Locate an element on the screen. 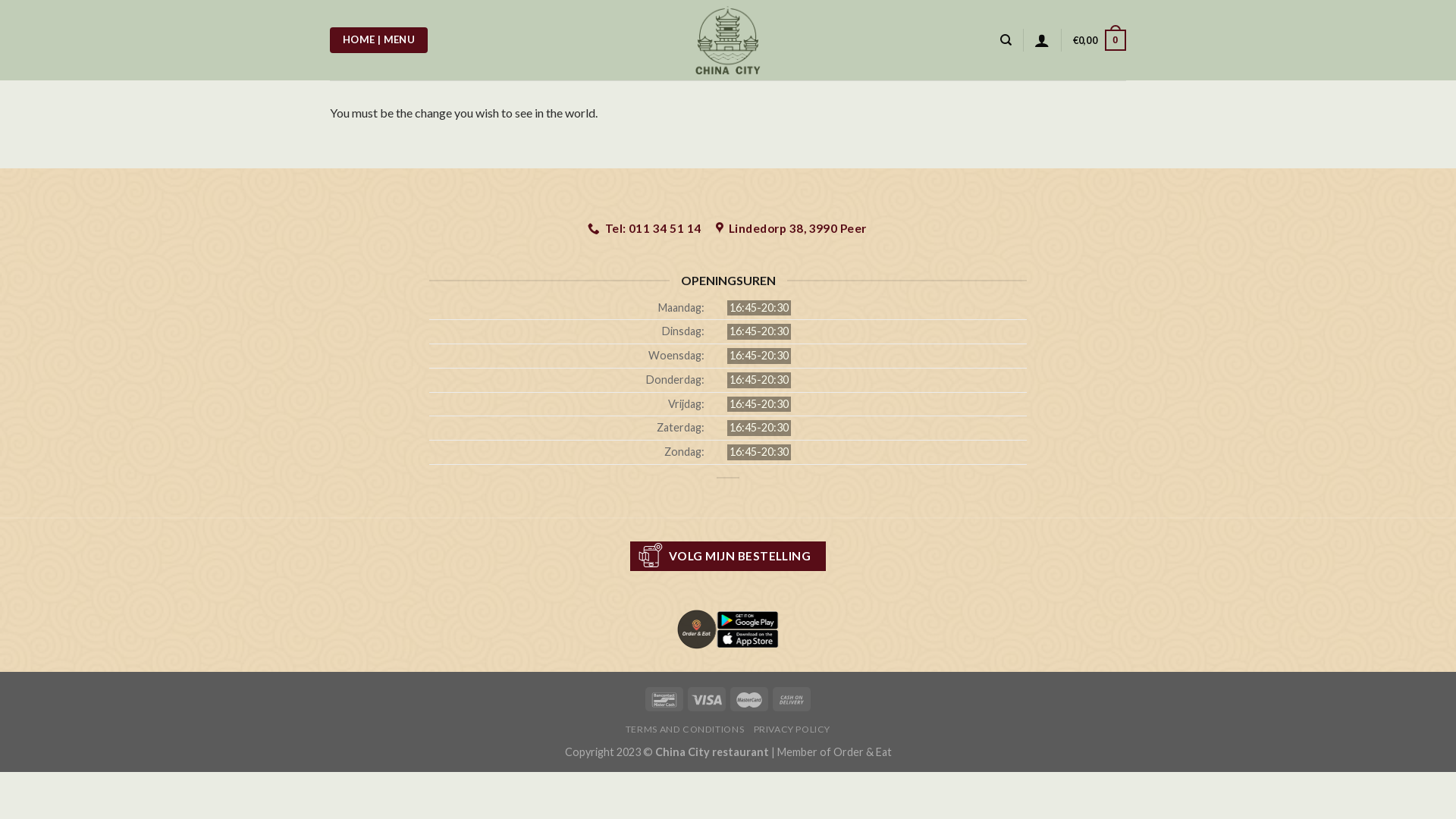  'HOME | MENU' is located at coordinates (329, 39).